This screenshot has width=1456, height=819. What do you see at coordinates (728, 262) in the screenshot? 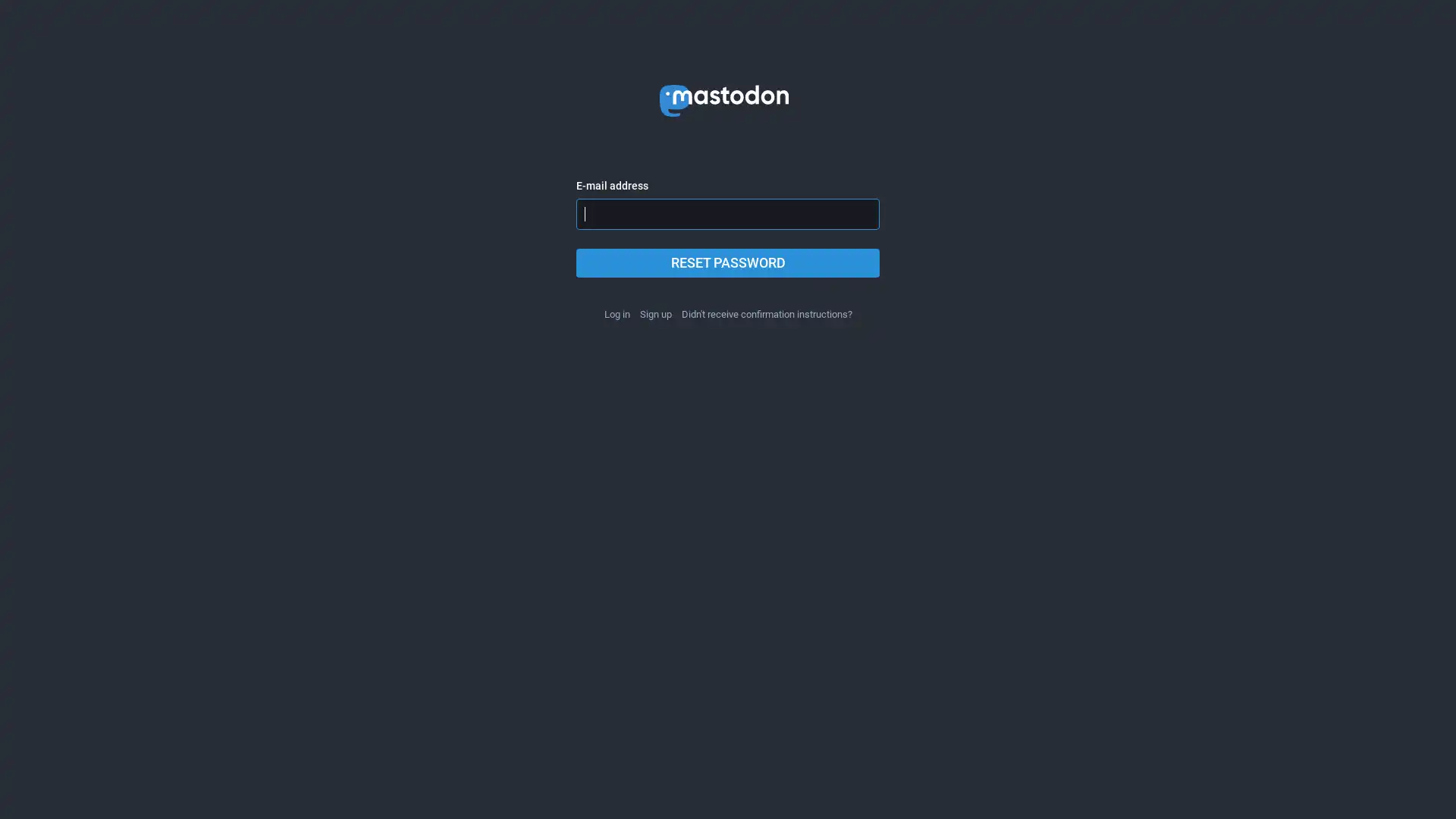
I see `RESET PASSWORD` at bounding box center [728, 262].